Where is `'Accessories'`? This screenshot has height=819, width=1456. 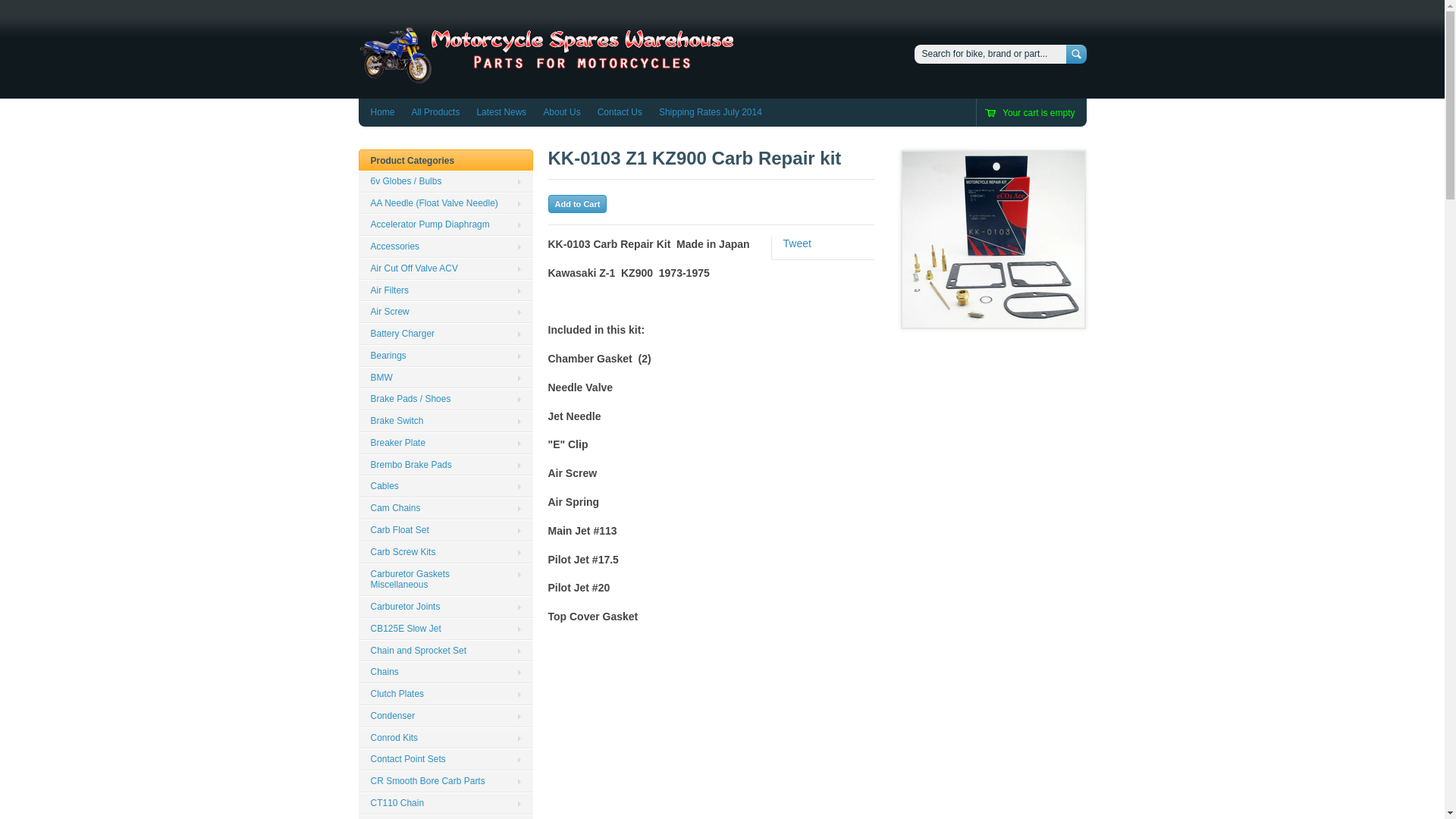
'Accessories' is located at coordinates (444, 246).